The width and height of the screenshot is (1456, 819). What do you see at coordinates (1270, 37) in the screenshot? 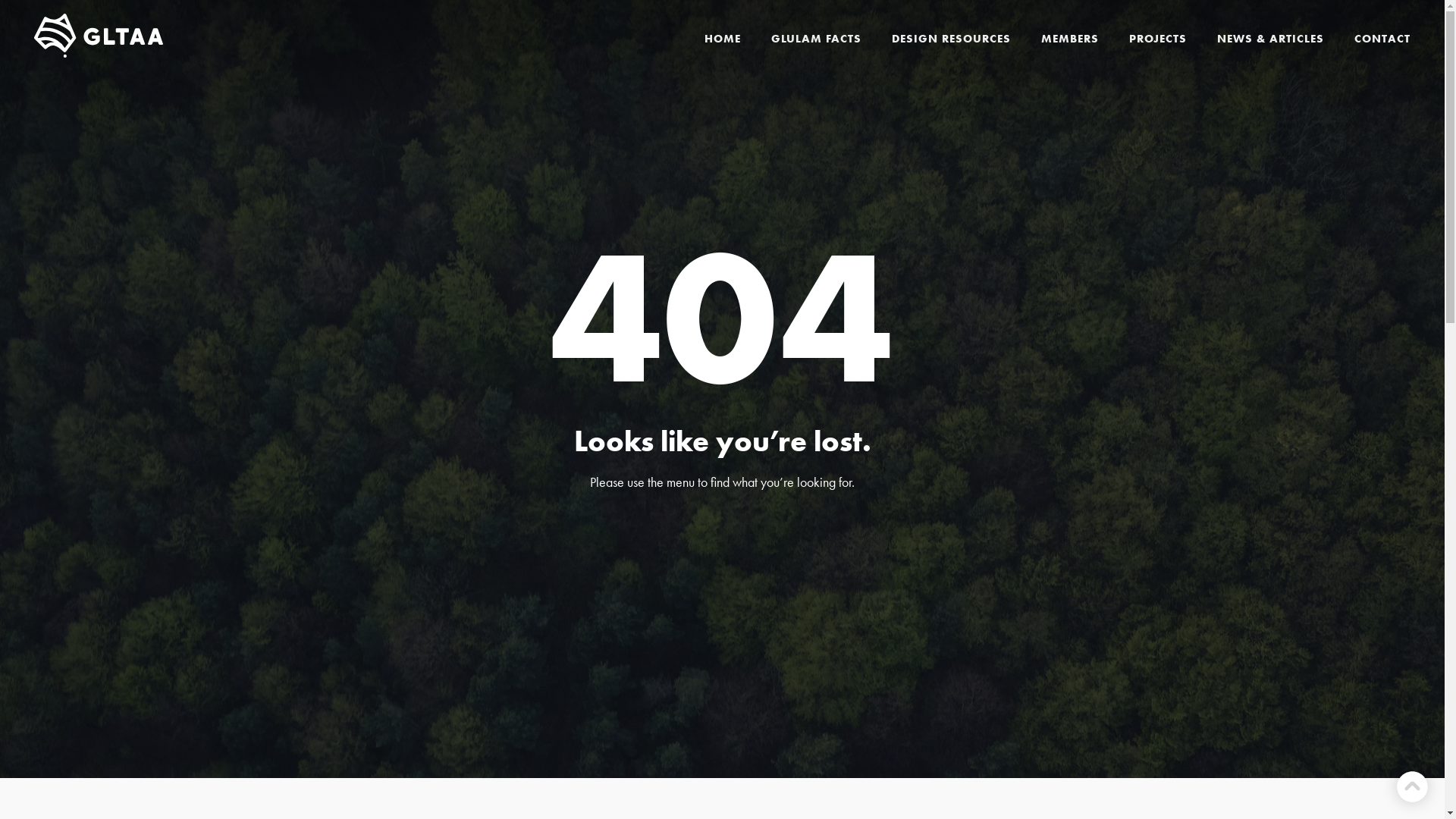
I see `'NEWS & ARTICLES'` at bounding box center [1270, 37].